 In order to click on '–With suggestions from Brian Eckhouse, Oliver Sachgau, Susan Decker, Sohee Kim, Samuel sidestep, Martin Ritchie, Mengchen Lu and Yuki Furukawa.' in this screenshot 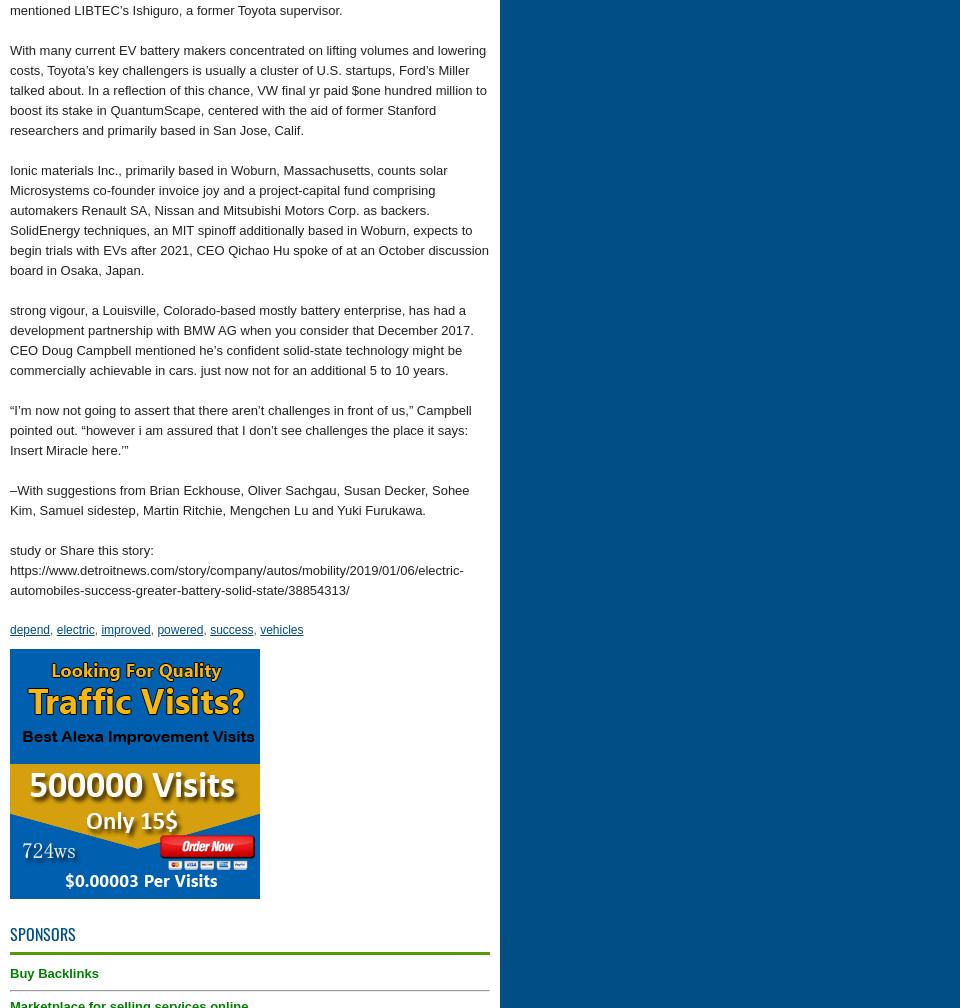, I will do `click(8, 500)`.